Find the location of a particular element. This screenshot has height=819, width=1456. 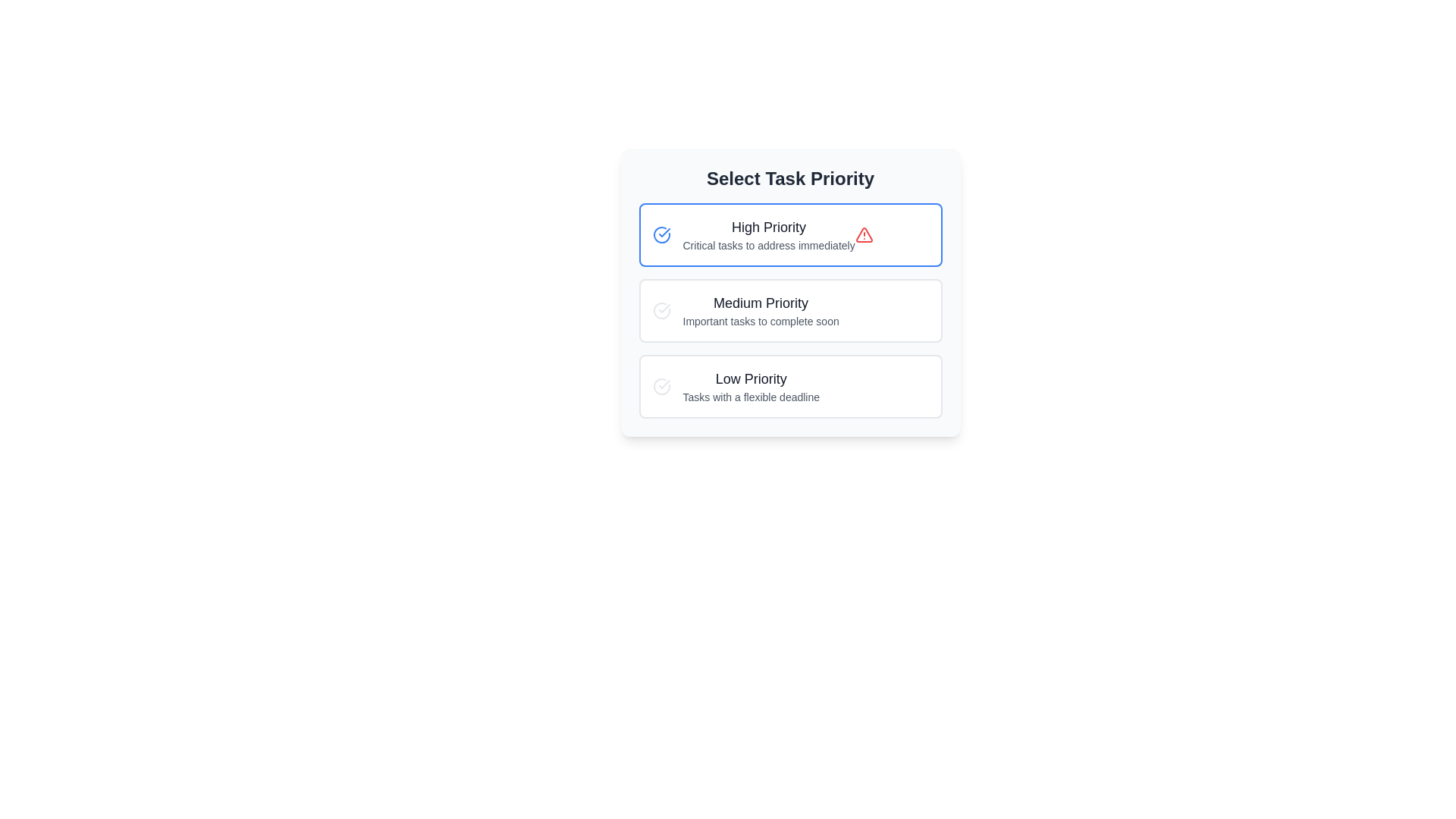

the text label that reads 'Medium Priority', styled in large dark gray font, located in the middle of a vertical list of task priorities is located at coordinates (761, 303).